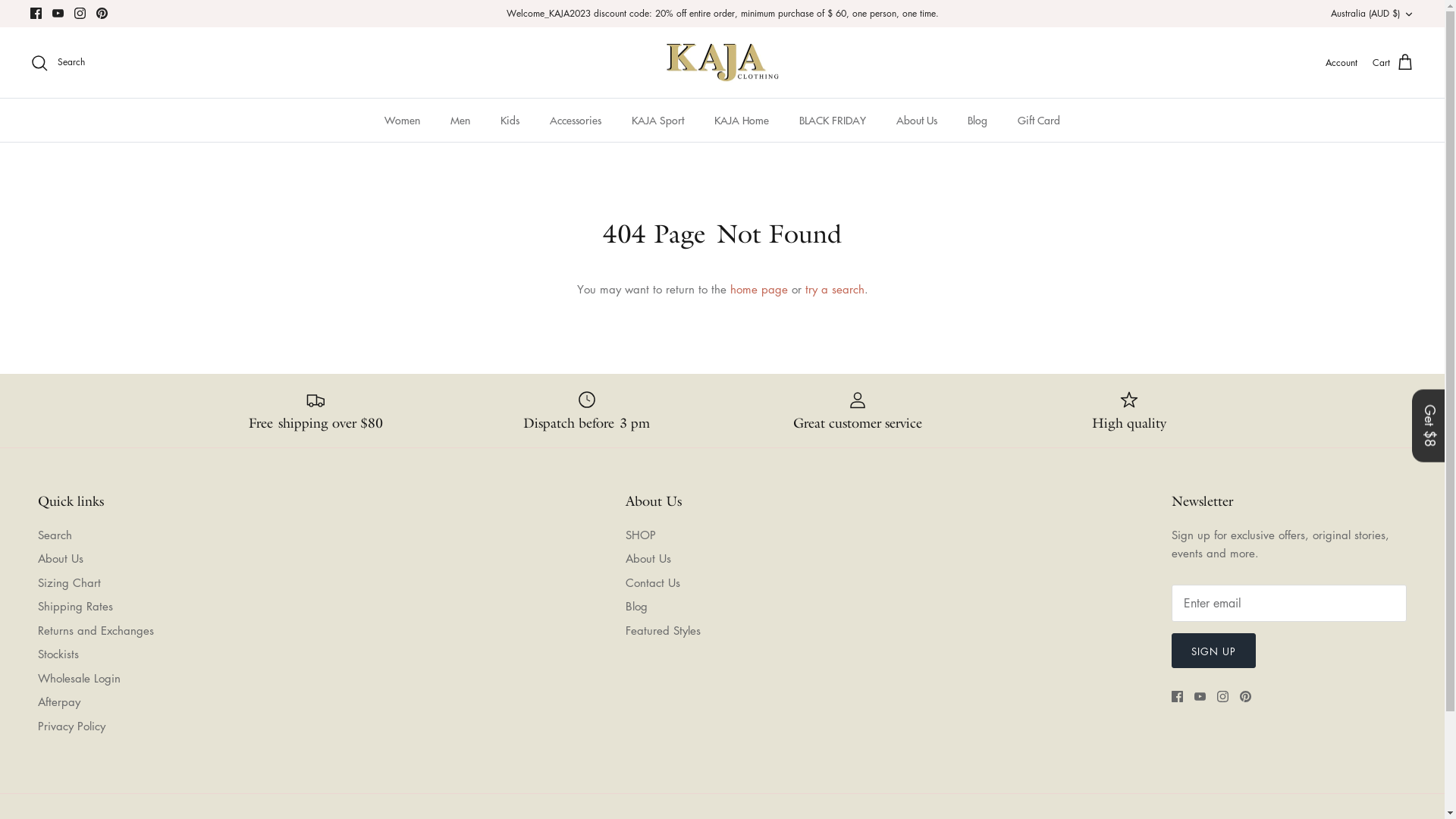 Image resolution: width=1456 pixels, height=819 pixels. Describe the element at coordinates (61, 558) in the screenshot. I see `'About Us'` at that location.